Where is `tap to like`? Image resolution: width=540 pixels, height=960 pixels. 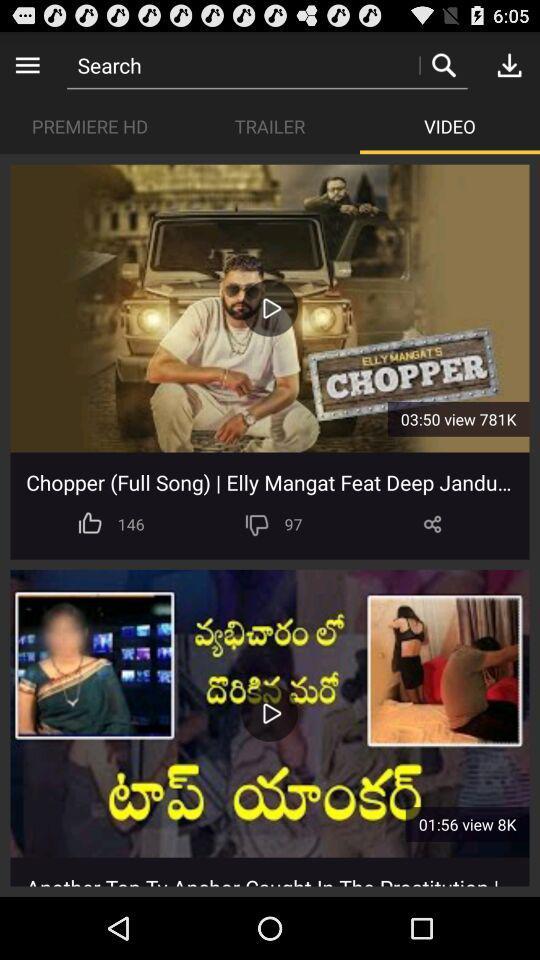 tap to like is located at coordinates (89, 523).